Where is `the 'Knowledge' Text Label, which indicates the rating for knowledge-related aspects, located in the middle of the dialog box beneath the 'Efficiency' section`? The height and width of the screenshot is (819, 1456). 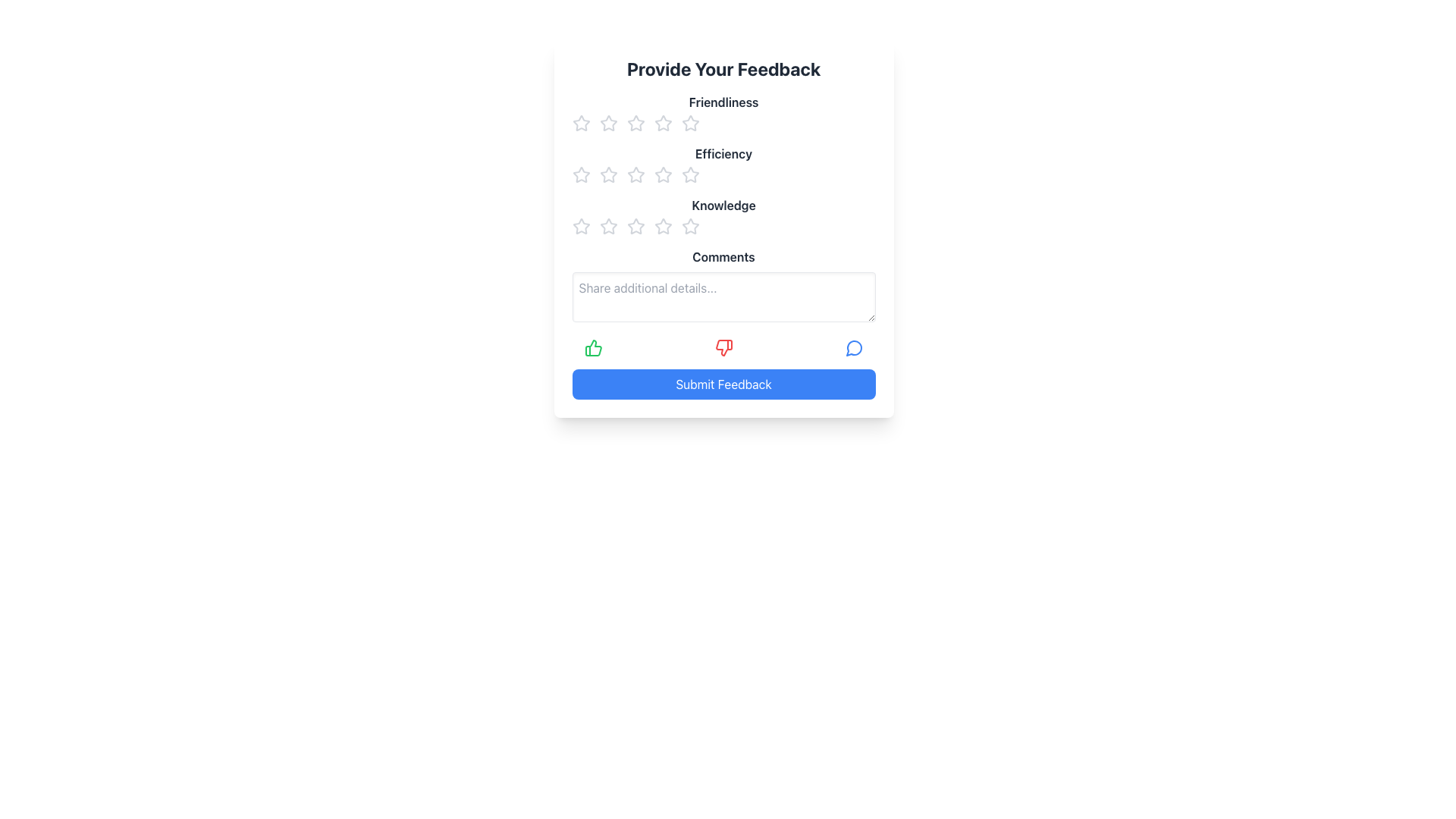
the 'Knowledge' Text Label, which indicates the rating for knowledge-related aspects, located in the middle of the dialog box beneath the 'Efficiency' section is located at coordinates (723, 205).